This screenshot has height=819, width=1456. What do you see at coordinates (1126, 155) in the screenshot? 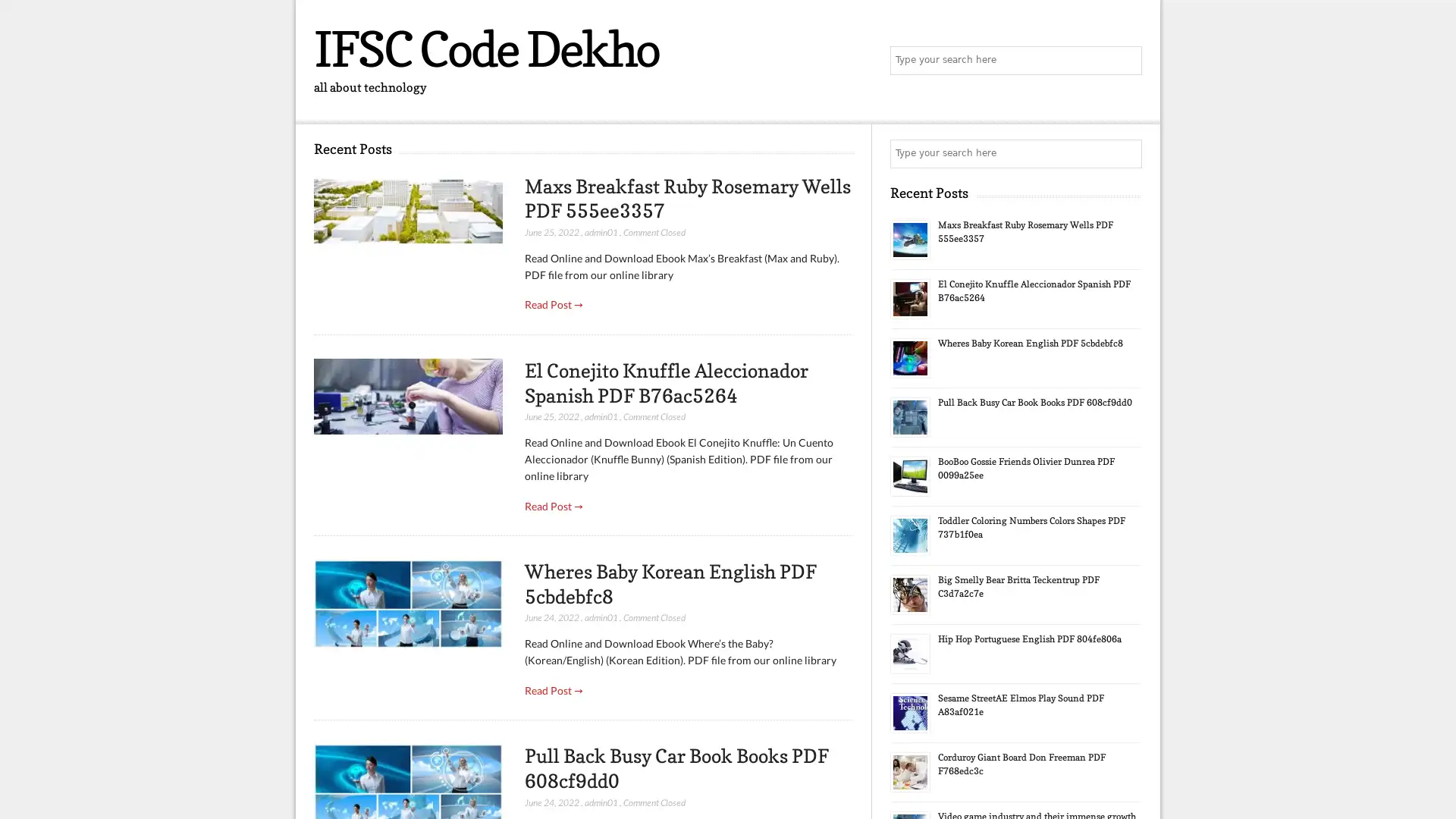
I see `Search` at bounding box center [1126, 155].